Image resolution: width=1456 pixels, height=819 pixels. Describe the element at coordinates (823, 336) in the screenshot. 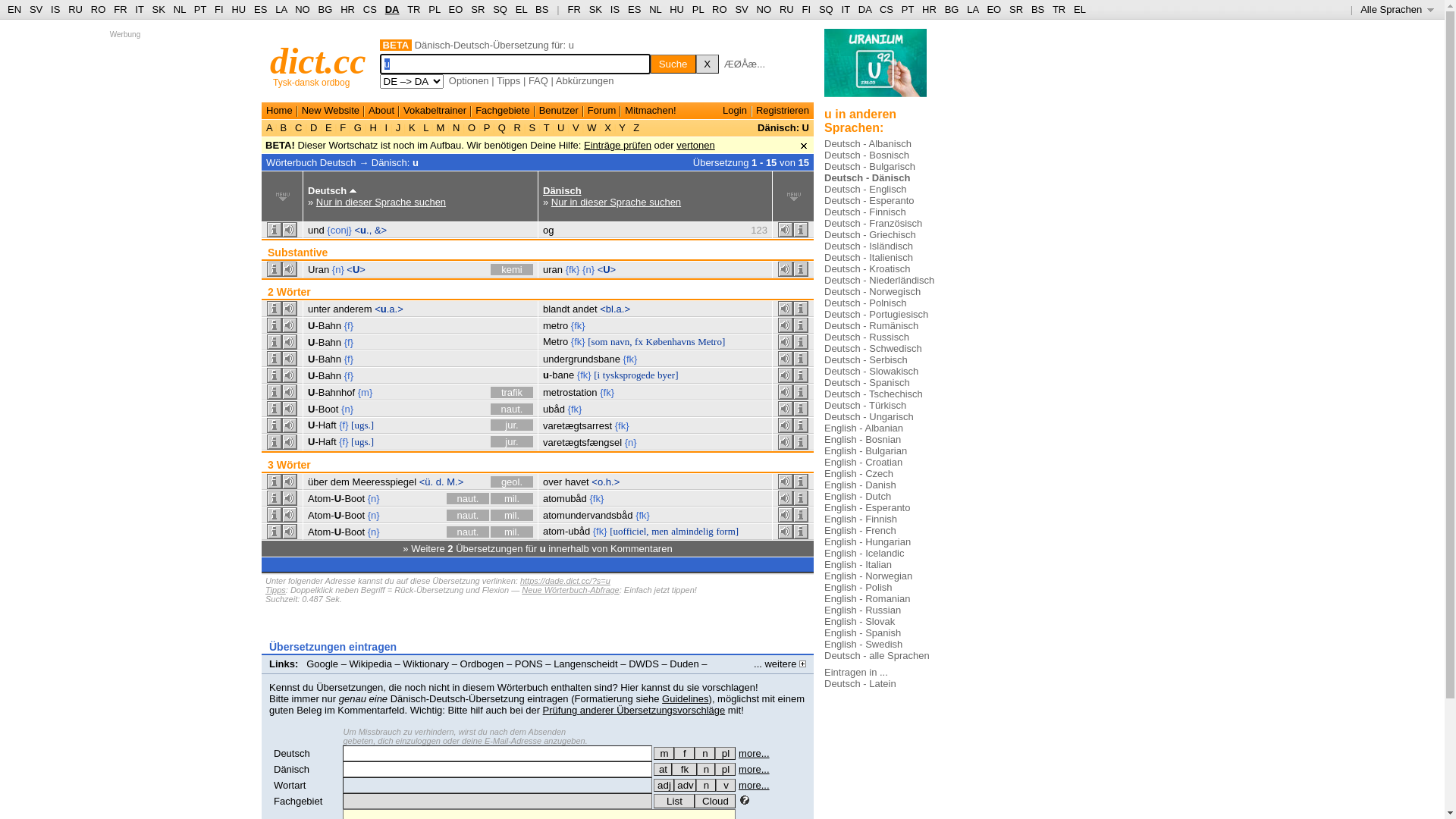

I see `'Deutsch - Russisch'` at that location.